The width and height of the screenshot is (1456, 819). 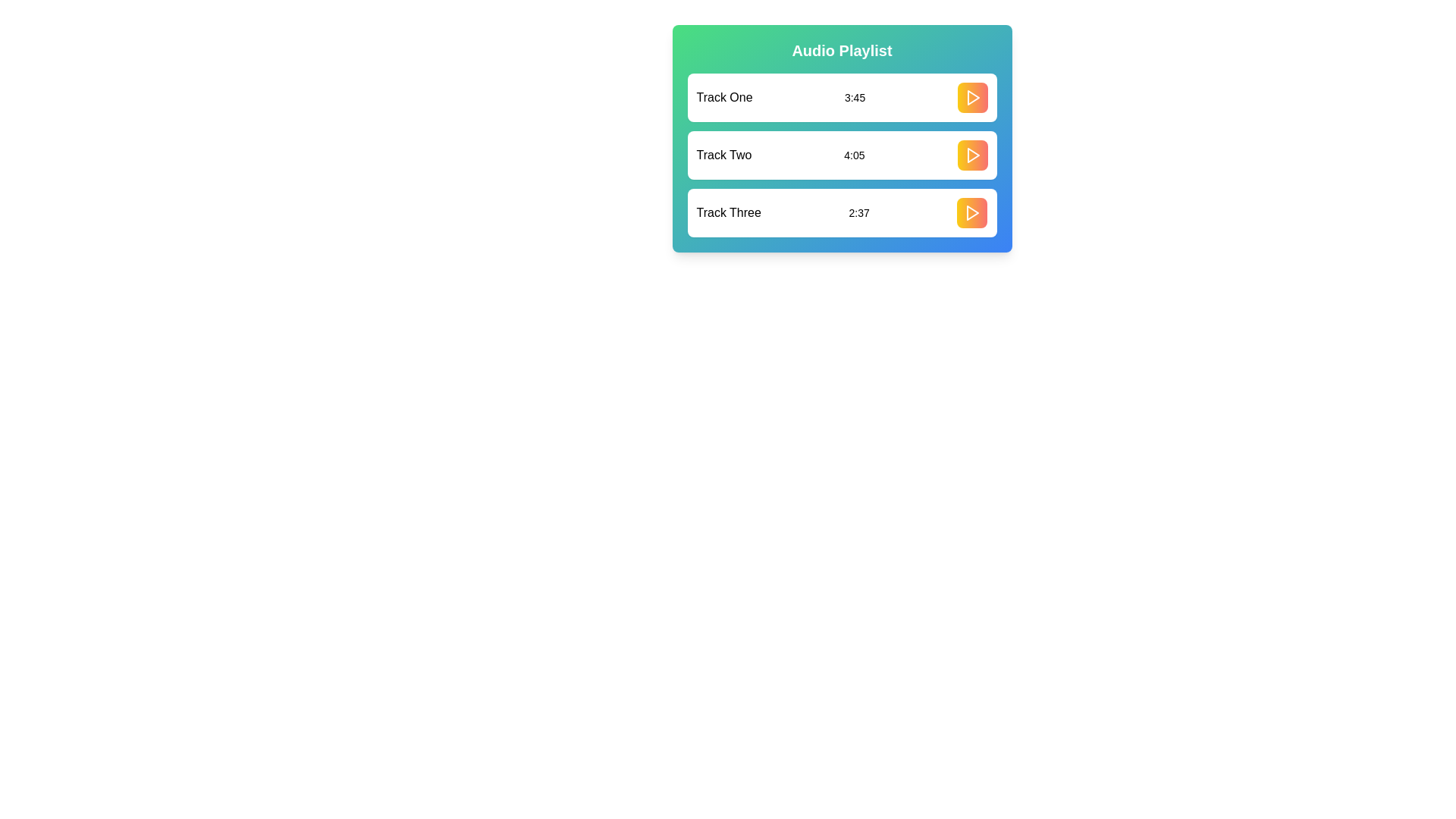 I want to click on the text label indicating the title of the audio track in the playlist interface, located at the top of the track list, so click(x=723, y=97).